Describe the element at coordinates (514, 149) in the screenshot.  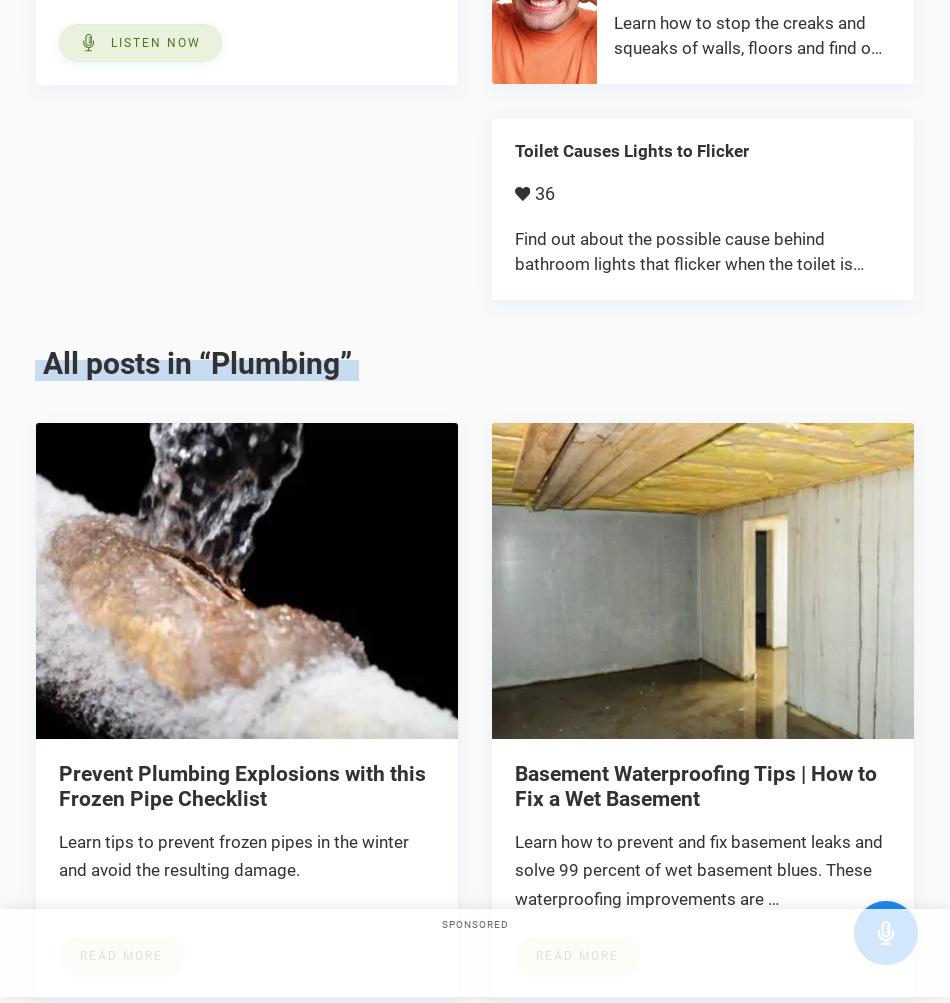
I see `'Toilet Causes Lights to Flicker'` at that location.